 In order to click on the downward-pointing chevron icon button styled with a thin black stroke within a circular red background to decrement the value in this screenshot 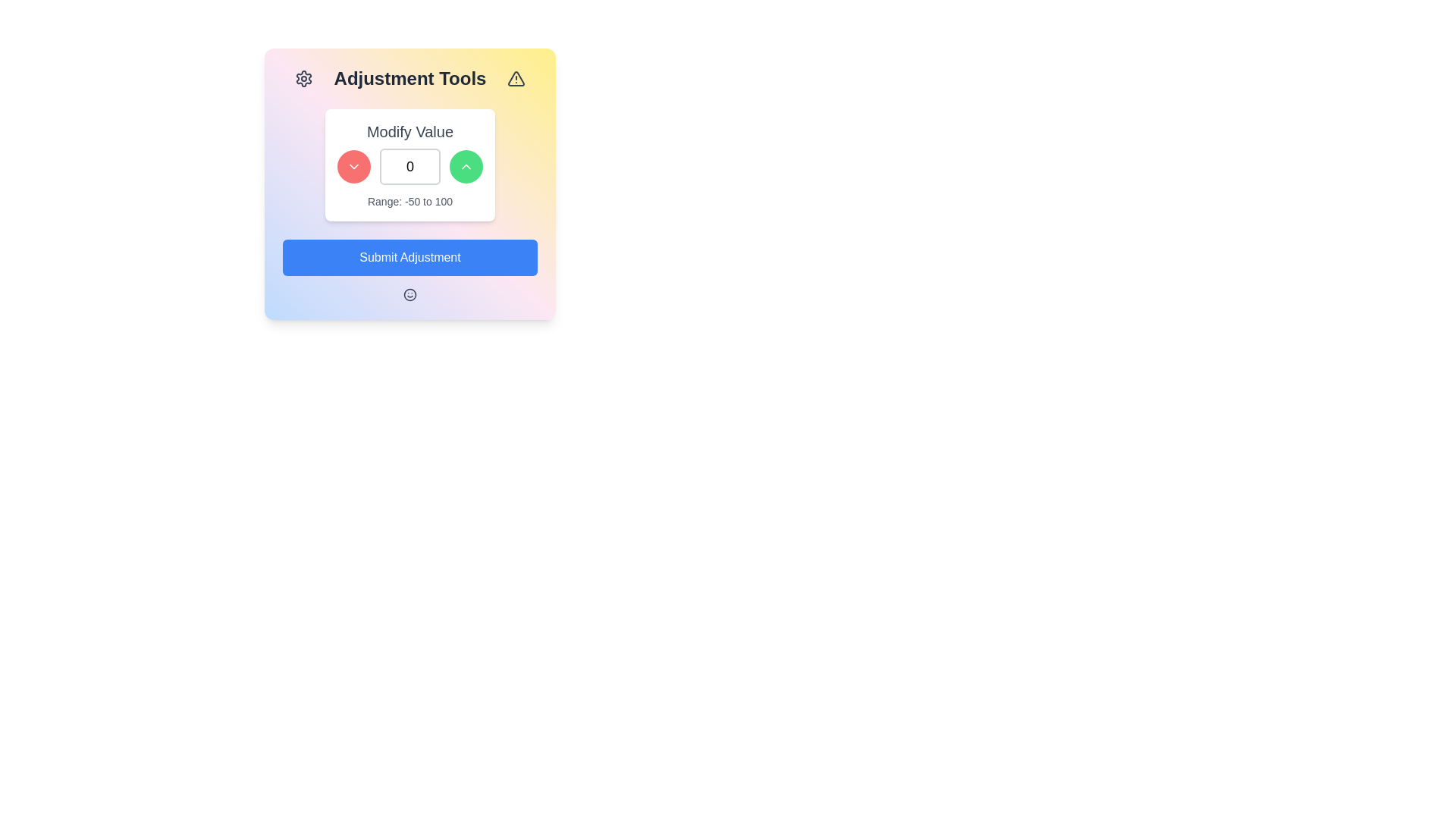, I will do `click(353, 166)`.